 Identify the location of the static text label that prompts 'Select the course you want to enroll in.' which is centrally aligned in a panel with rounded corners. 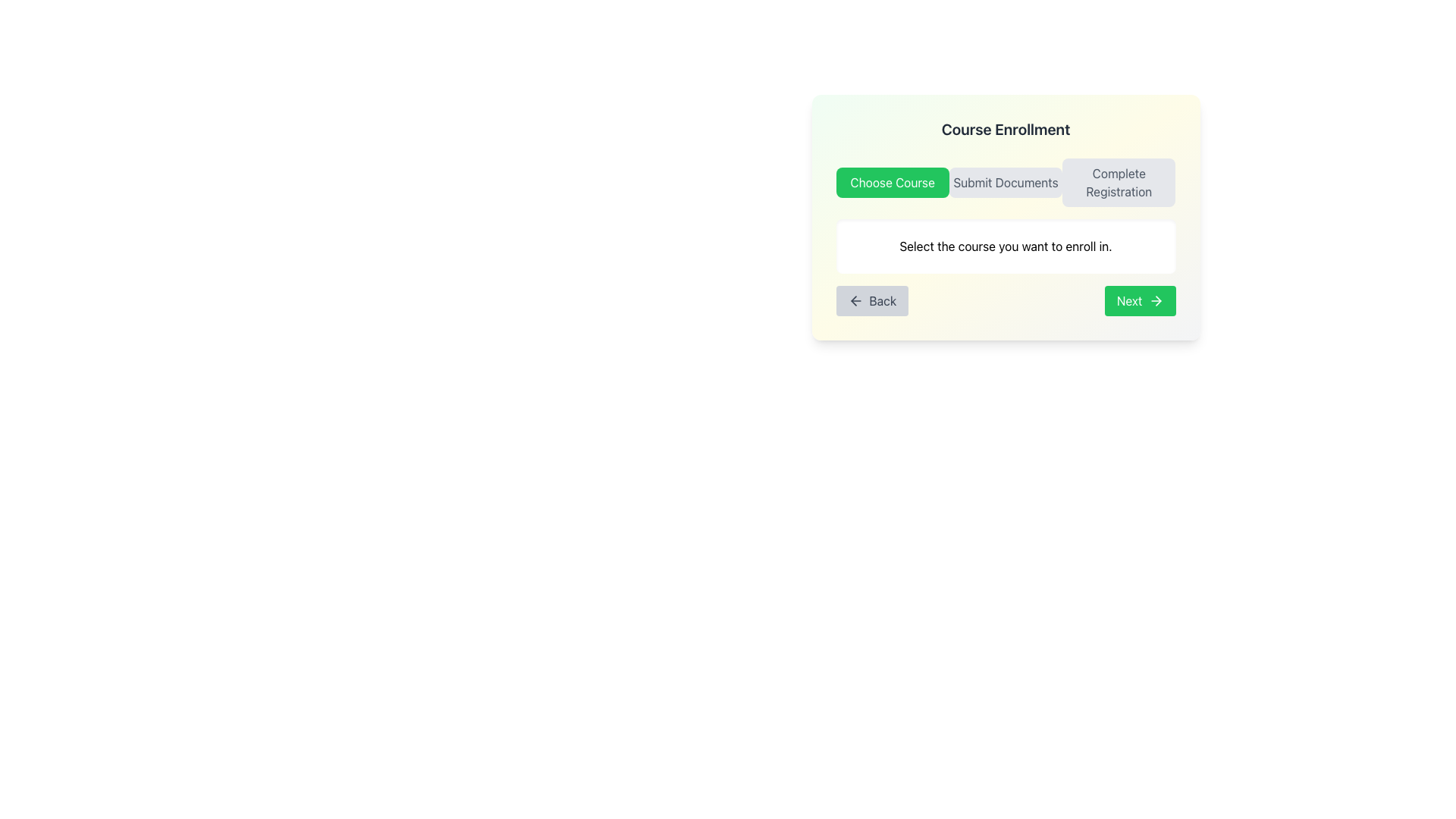
(1006, 245).